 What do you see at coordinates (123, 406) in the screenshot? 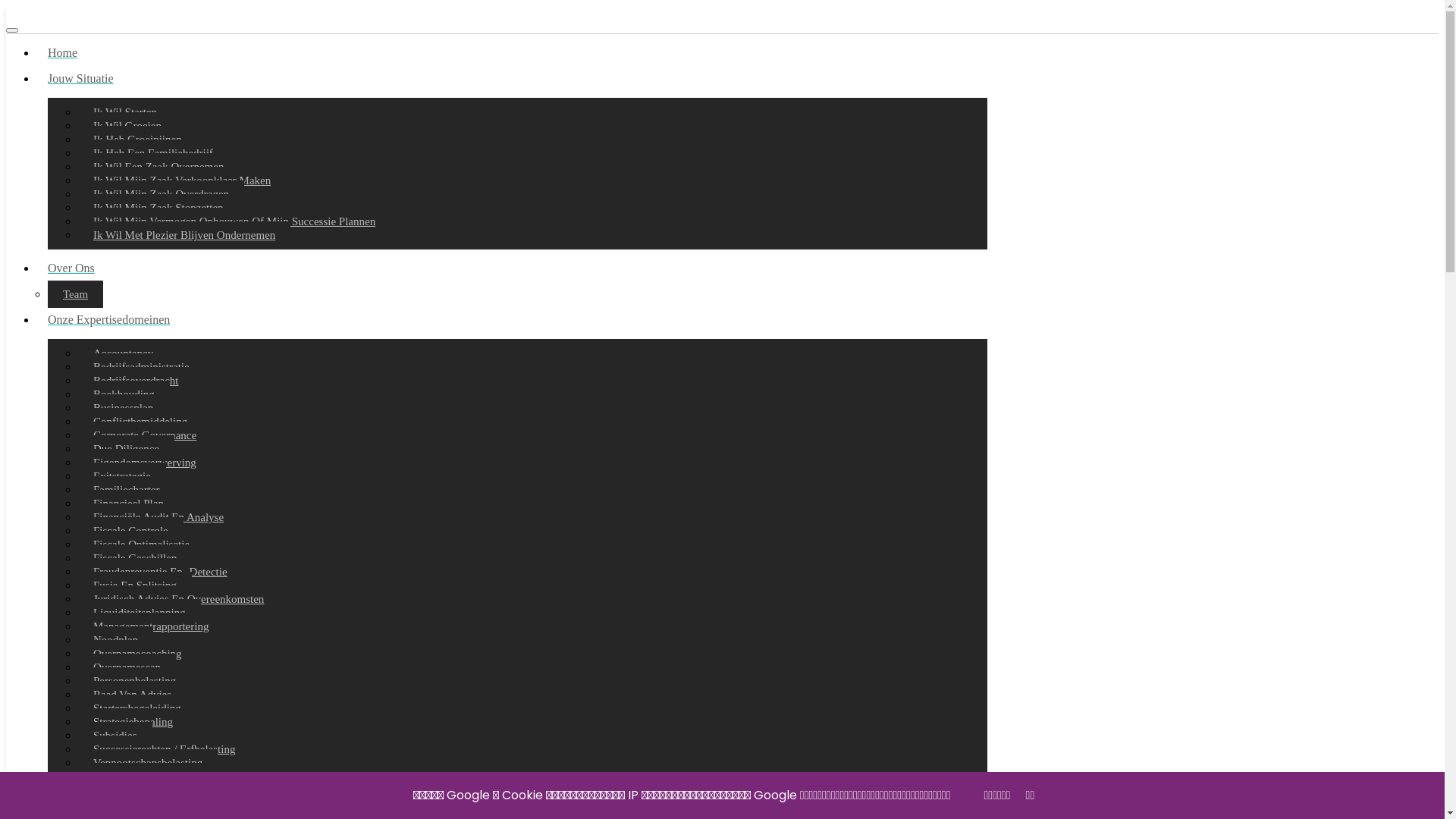
I see `'Businessplan'` at bounding box center [123, 406].